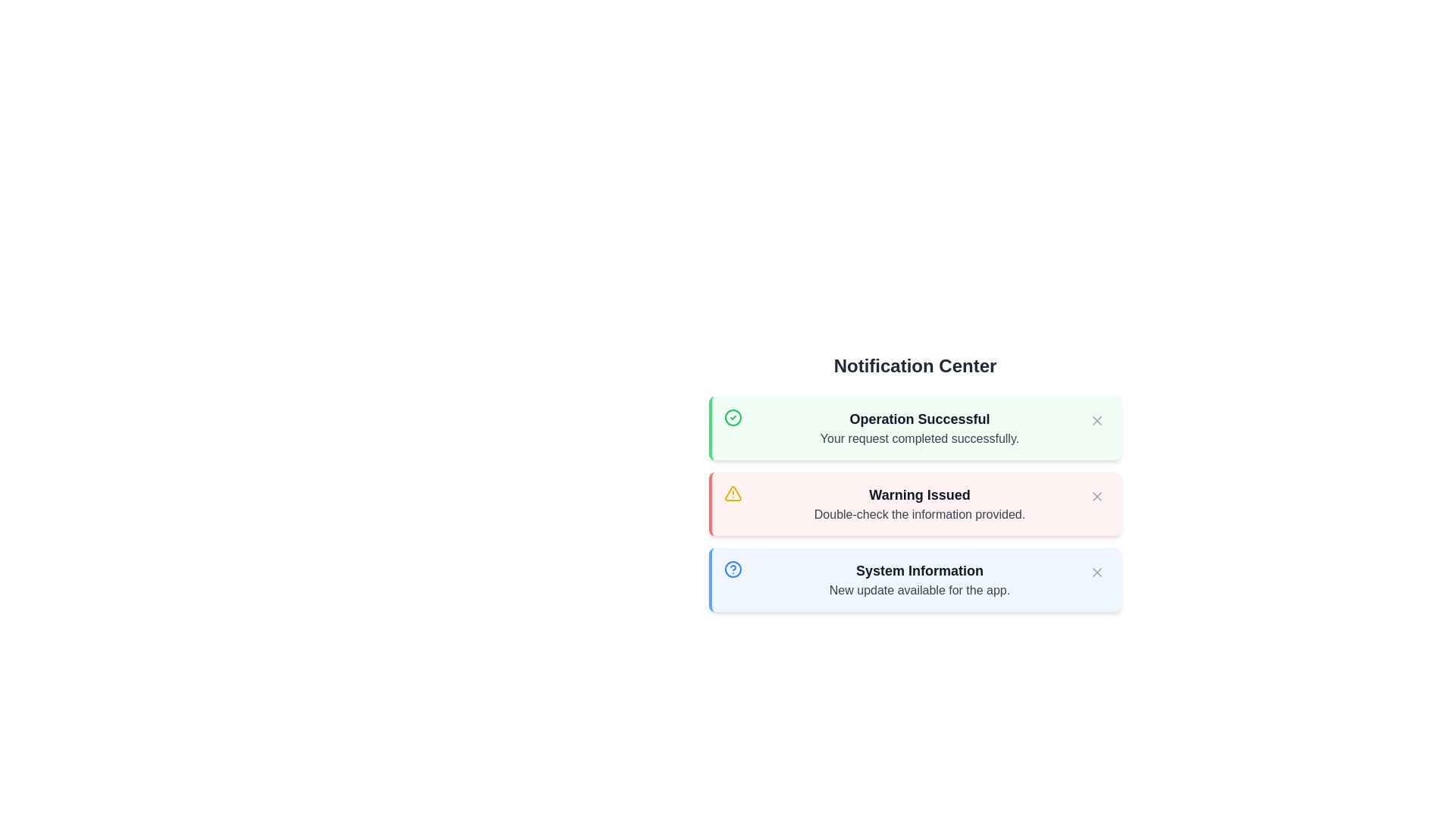 This screenshot has width=1456, height=819. I want to click on the help icon located to the left of the 'System Information' text in the notification box, so click(733, 570).